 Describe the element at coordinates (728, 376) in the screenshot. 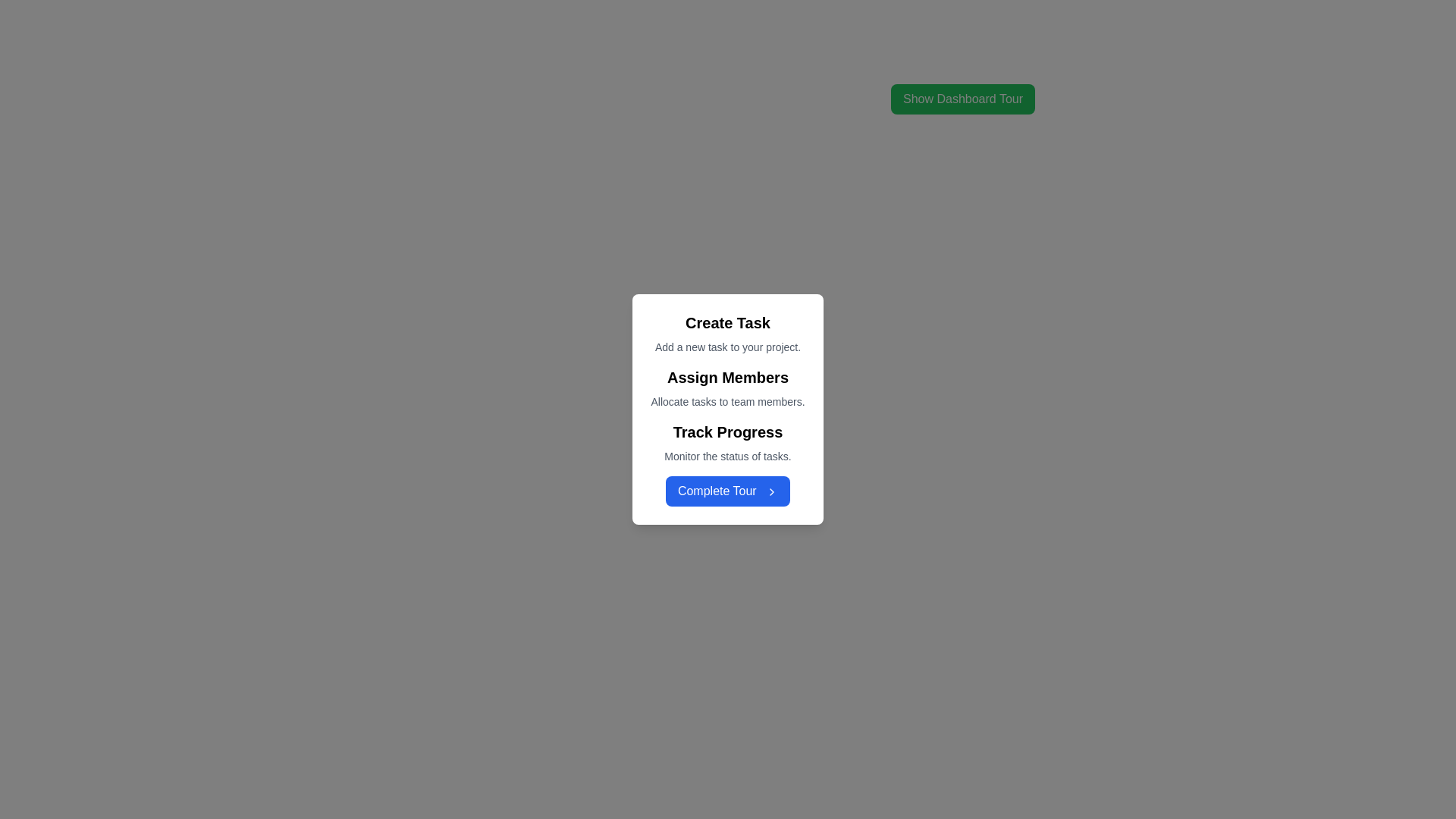

I see `the 'Assign Members' label, which is a bold, extra-large text element styled in black font, located centrally on a white card interface` at that location.